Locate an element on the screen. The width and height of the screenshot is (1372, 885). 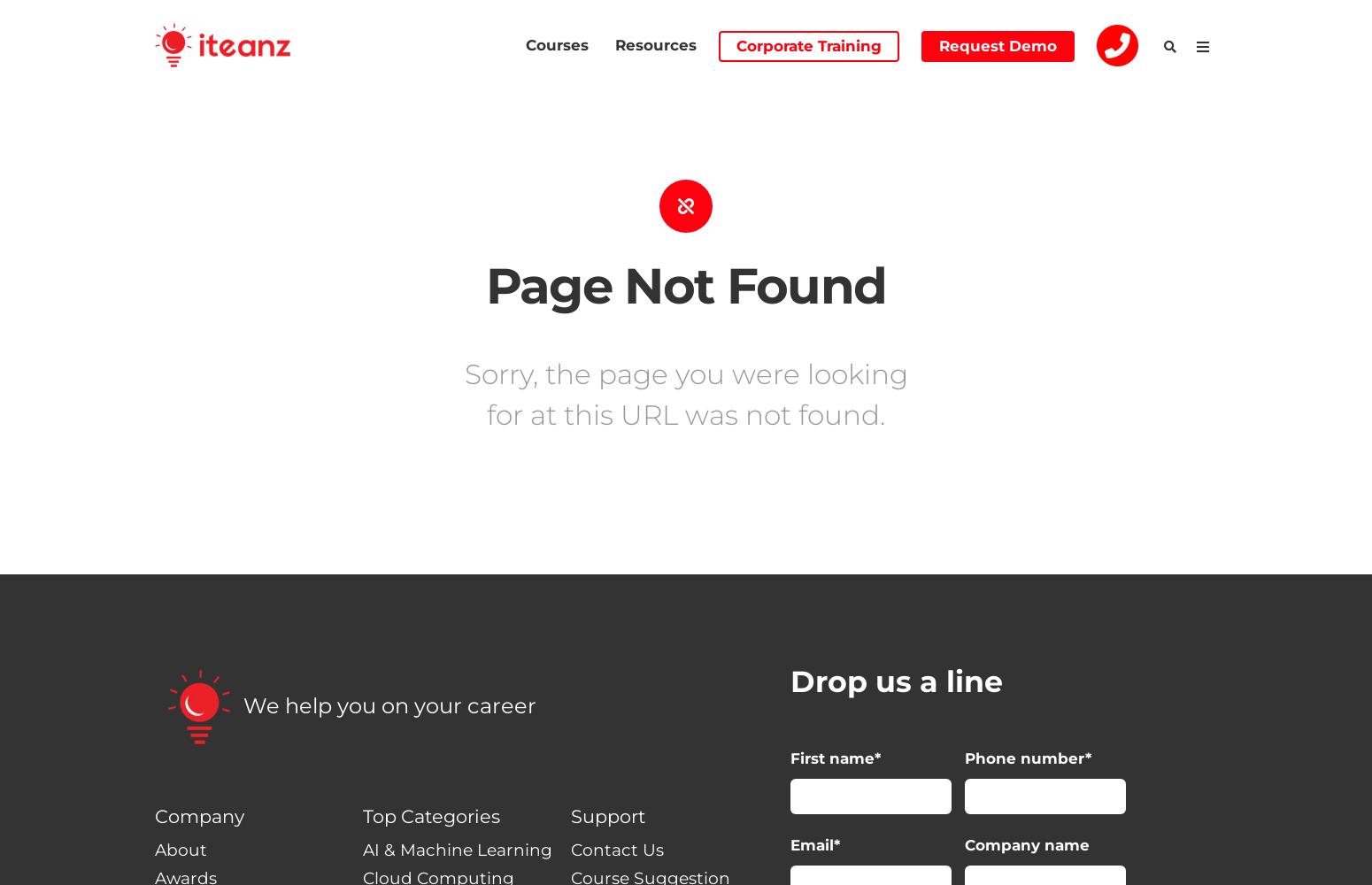
'We help you on your career' is located at coordinates (389, 705).